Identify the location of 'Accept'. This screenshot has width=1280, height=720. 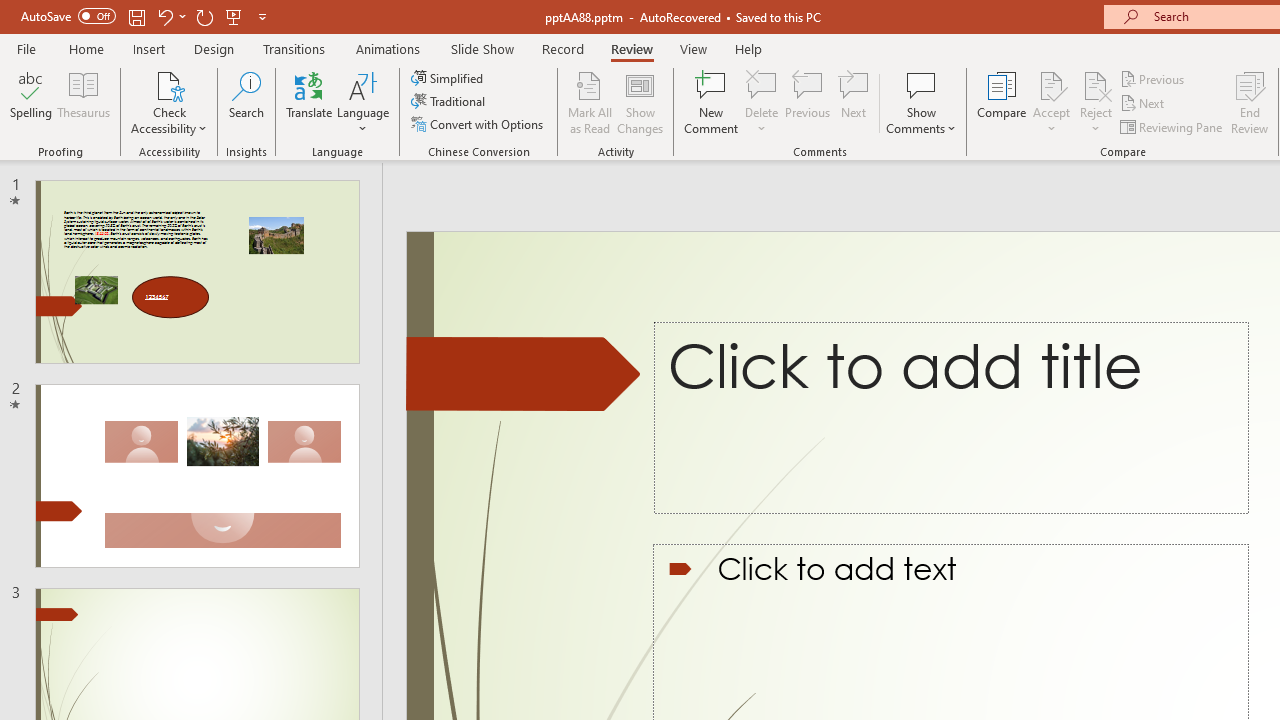
(1050, 103).